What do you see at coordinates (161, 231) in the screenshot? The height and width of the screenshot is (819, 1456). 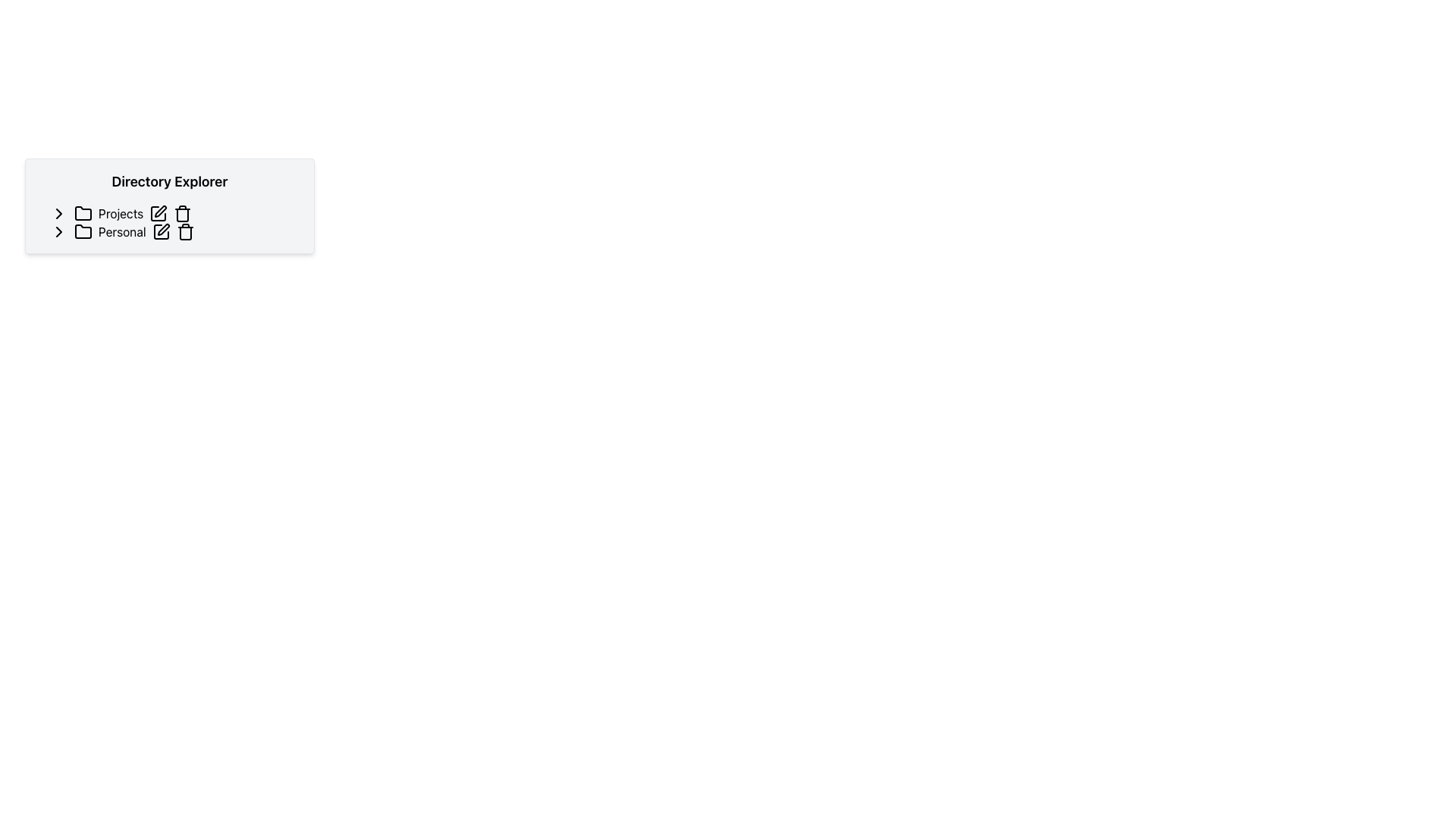 I see `the edit button located directly to the right of the 'Personal' folder label to initiate editing` at bounding box center [161, 231].